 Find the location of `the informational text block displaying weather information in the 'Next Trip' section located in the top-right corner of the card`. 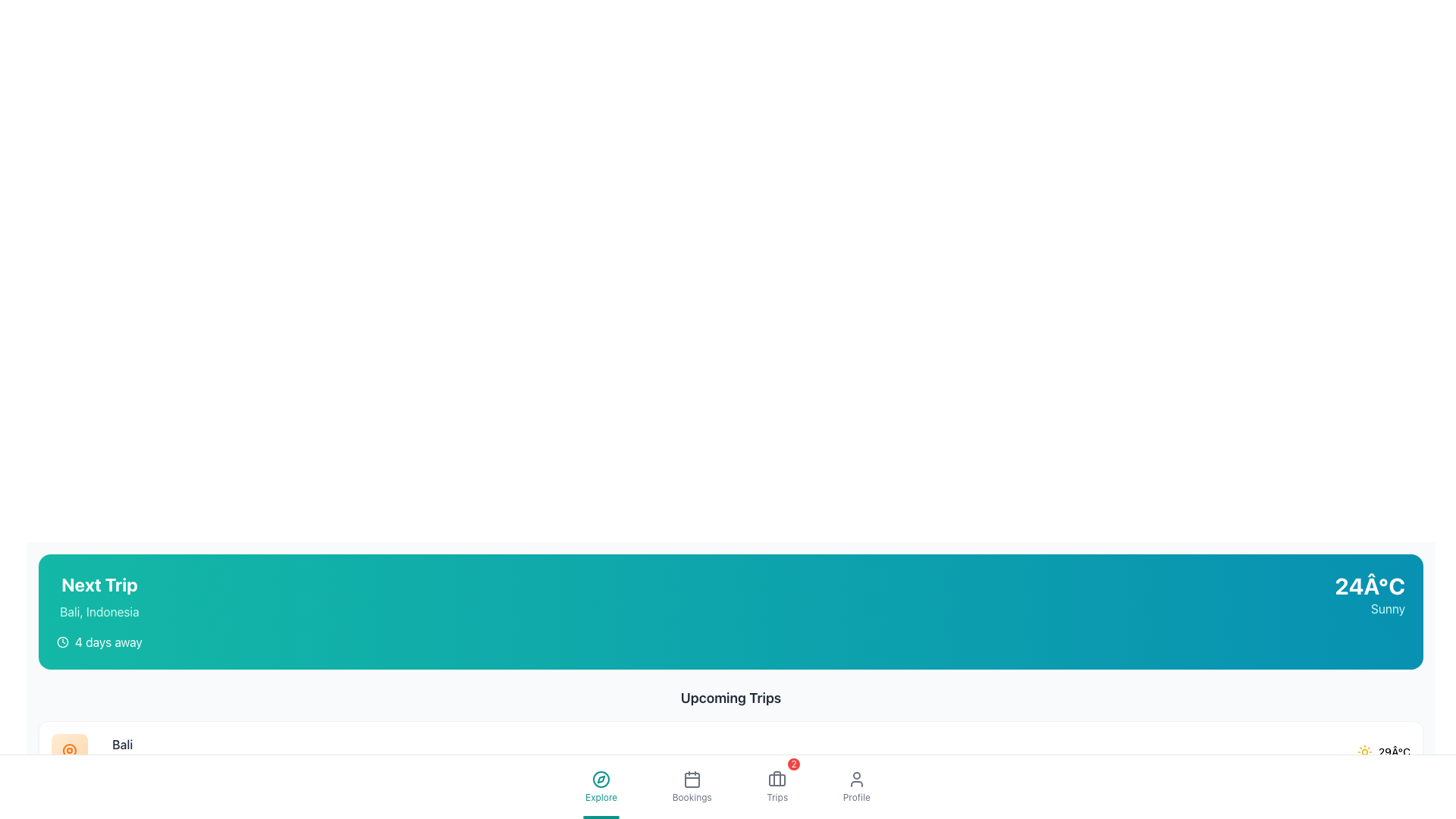

the informational text block displaying weather information in the 'Next Trip' section located in the top-right corner of the card is located at coordinates (1370, 595).